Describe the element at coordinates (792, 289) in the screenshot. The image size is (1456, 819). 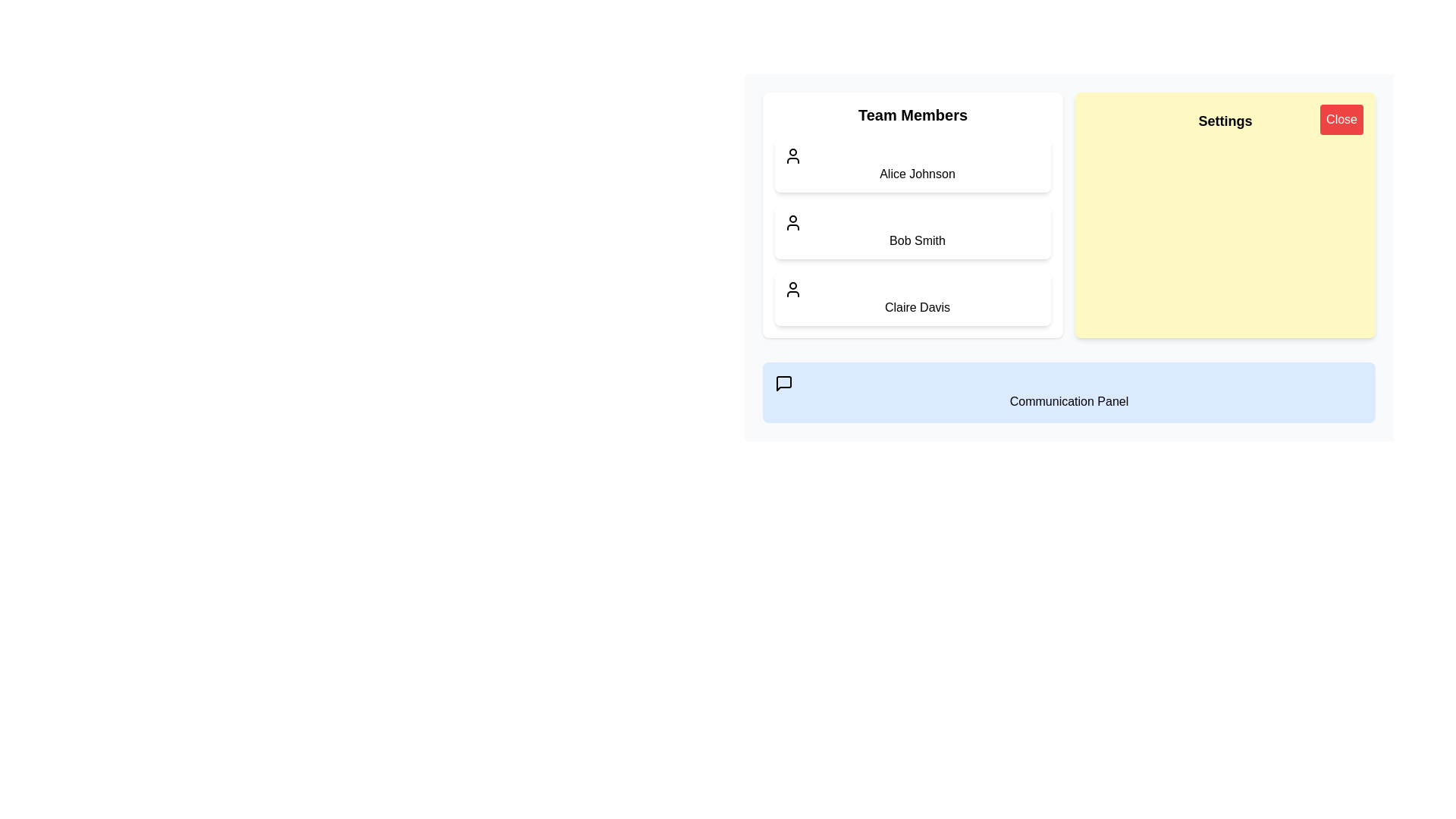
I see `the user silhouette icon located to the left of the name 'Claire Davis' within the card representing the third team member in the list` at that location.